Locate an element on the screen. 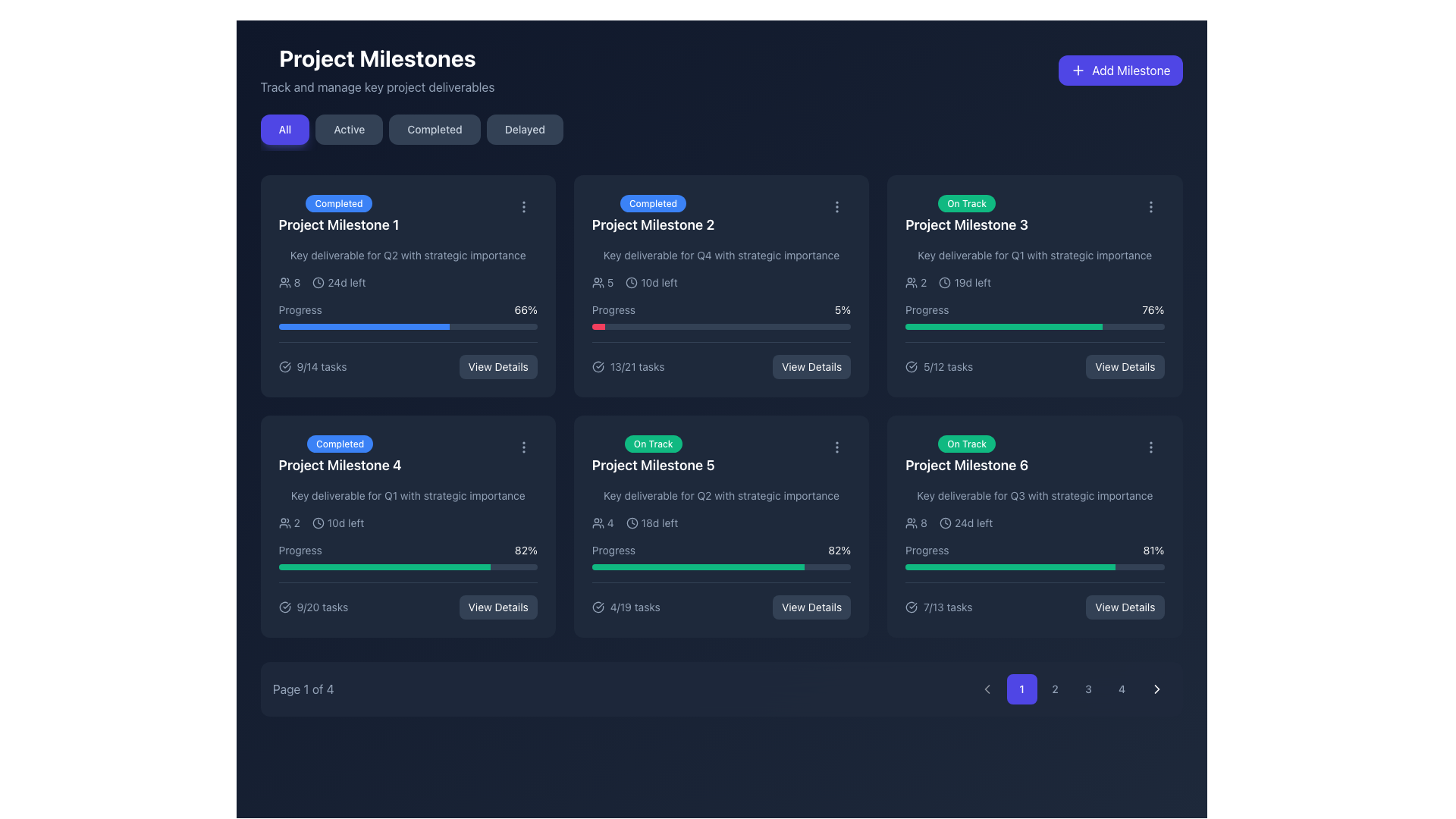 Image resolution: width=1456 pixels, height=819 pixels. the blue badge labeled 'Completed' is located at coordinates (653, 214).